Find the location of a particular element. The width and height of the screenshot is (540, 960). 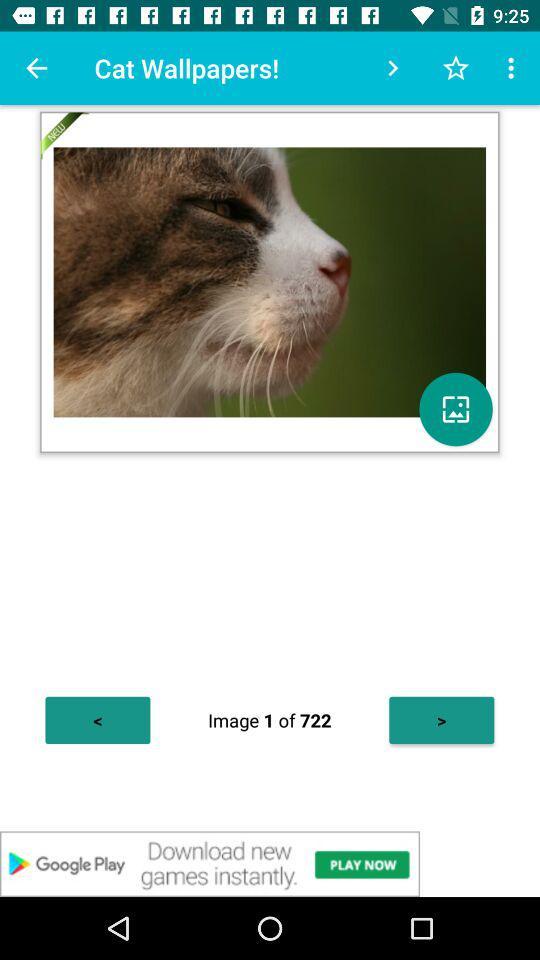

the wallpaper icon is located at coordinates (455, 408).